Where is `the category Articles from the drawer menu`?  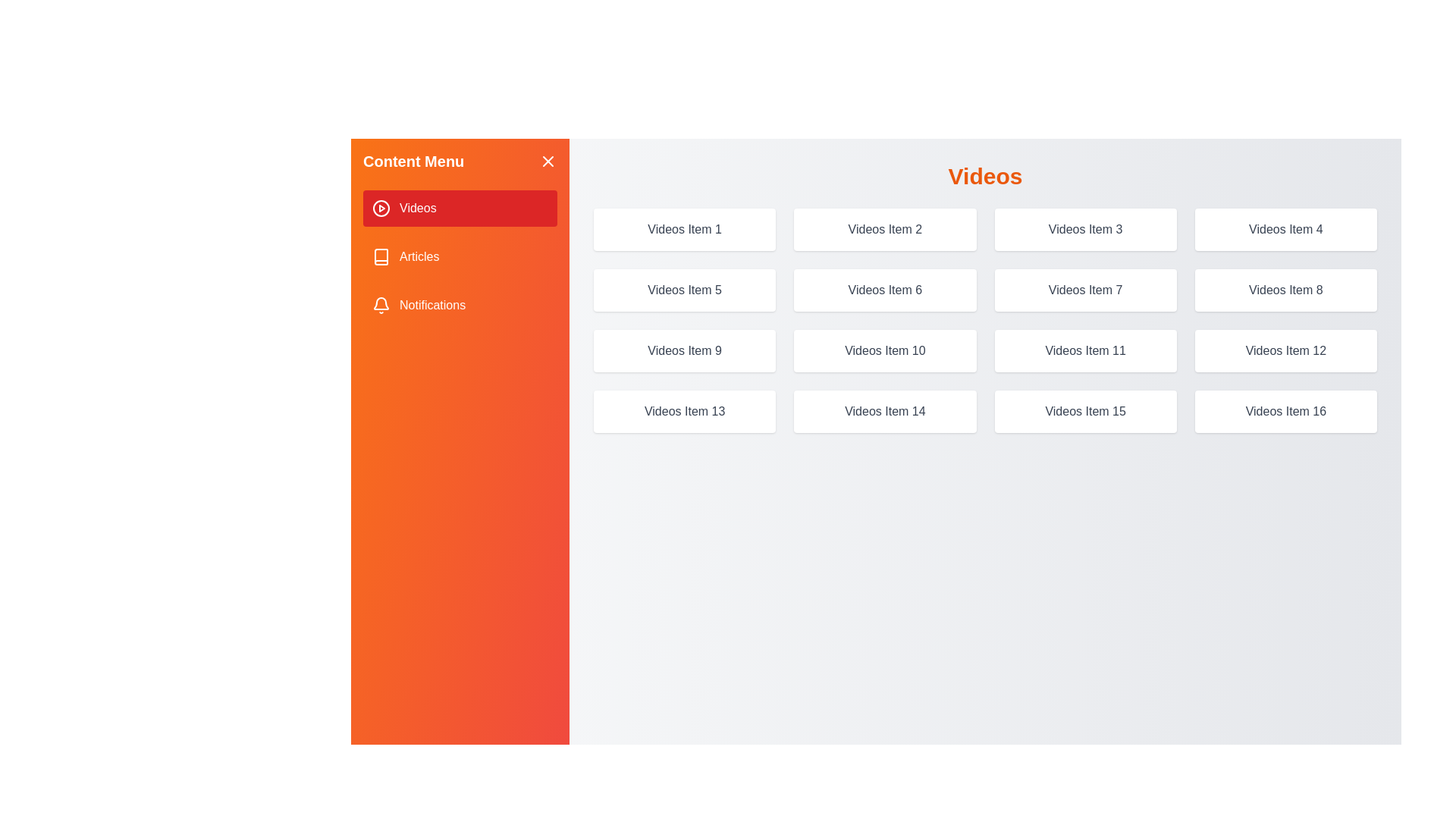 the category Articles from the drawer menu is located at coordinates (459, 256).